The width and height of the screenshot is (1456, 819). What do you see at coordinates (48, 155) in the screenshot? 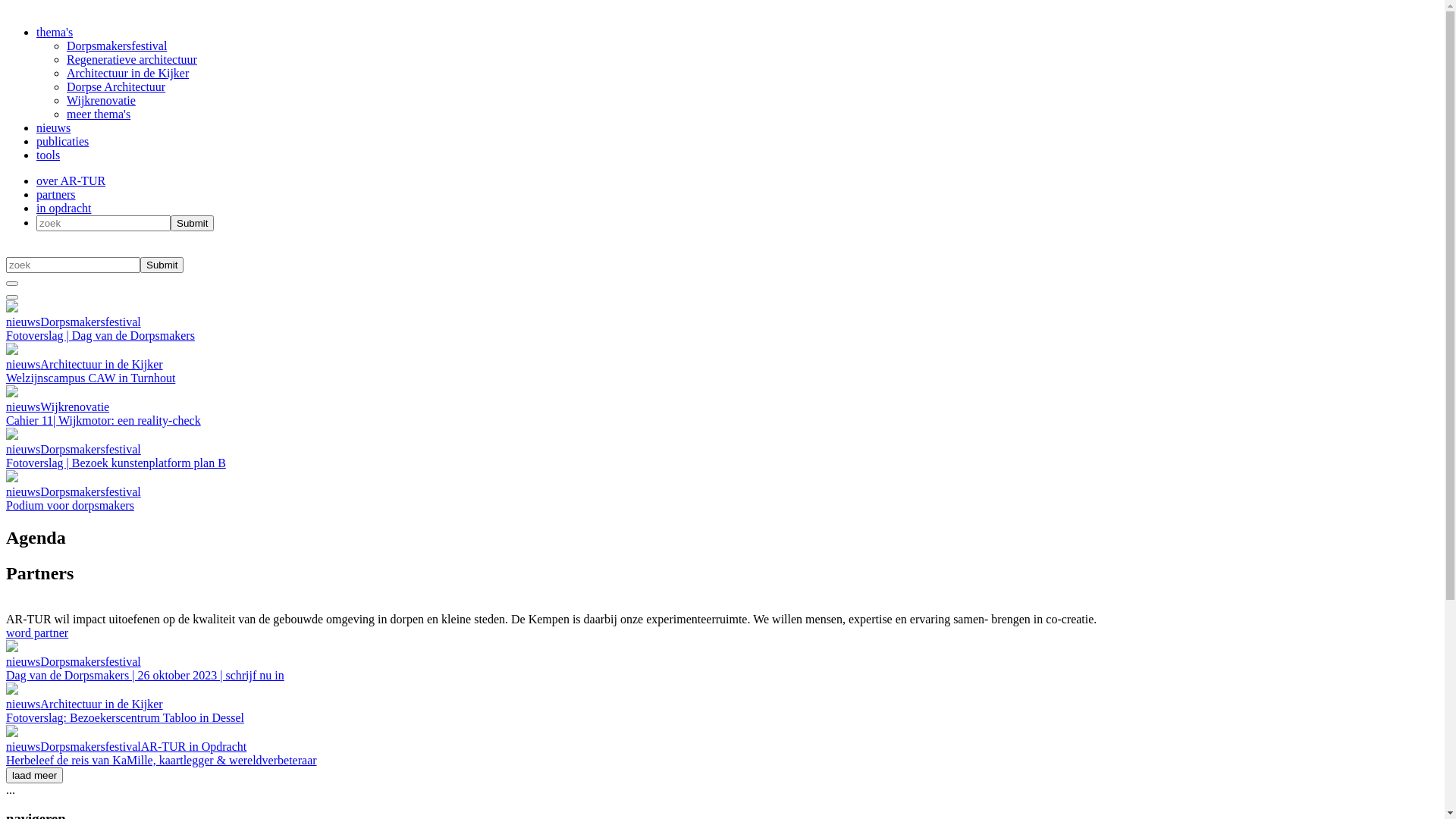
I see `'tools'` at bounding box center [48, 155].